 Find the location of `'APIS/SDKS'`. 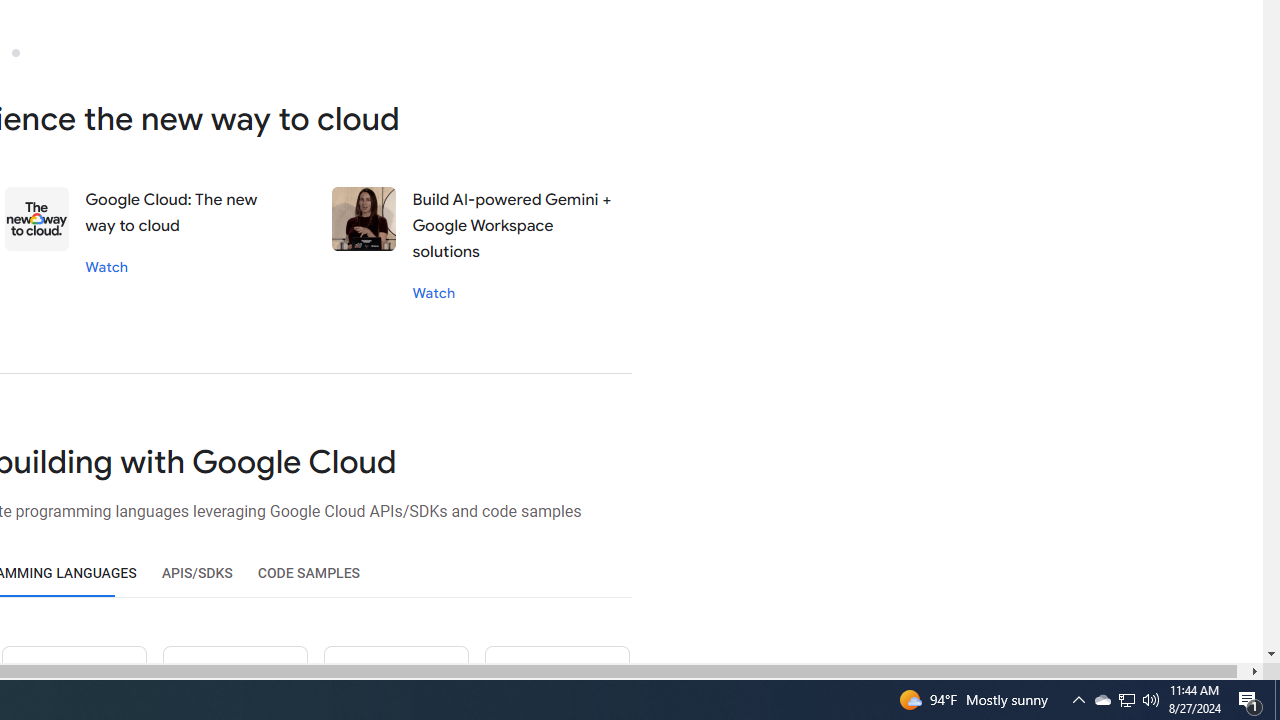

'APIS/SDKS' is located at coordinates (197, 573).